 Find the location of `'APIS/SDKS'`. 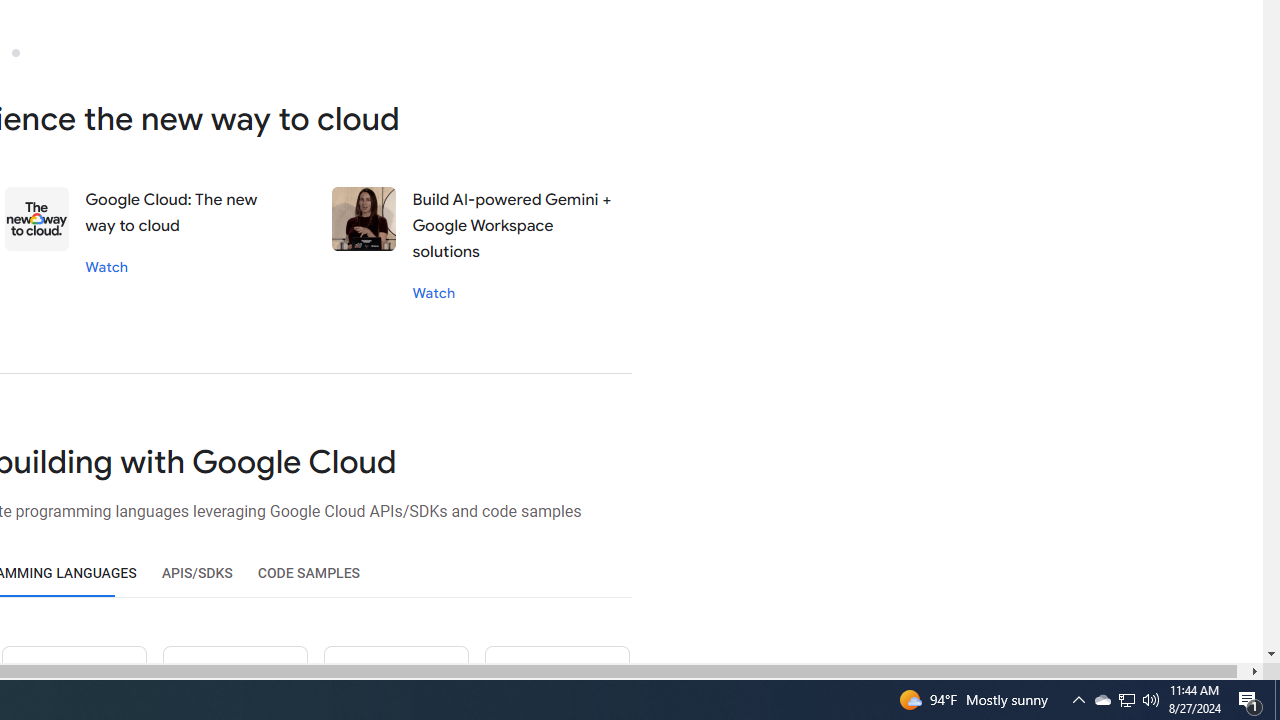

'APIS/SDKS' is located at coordinates (197, 573).